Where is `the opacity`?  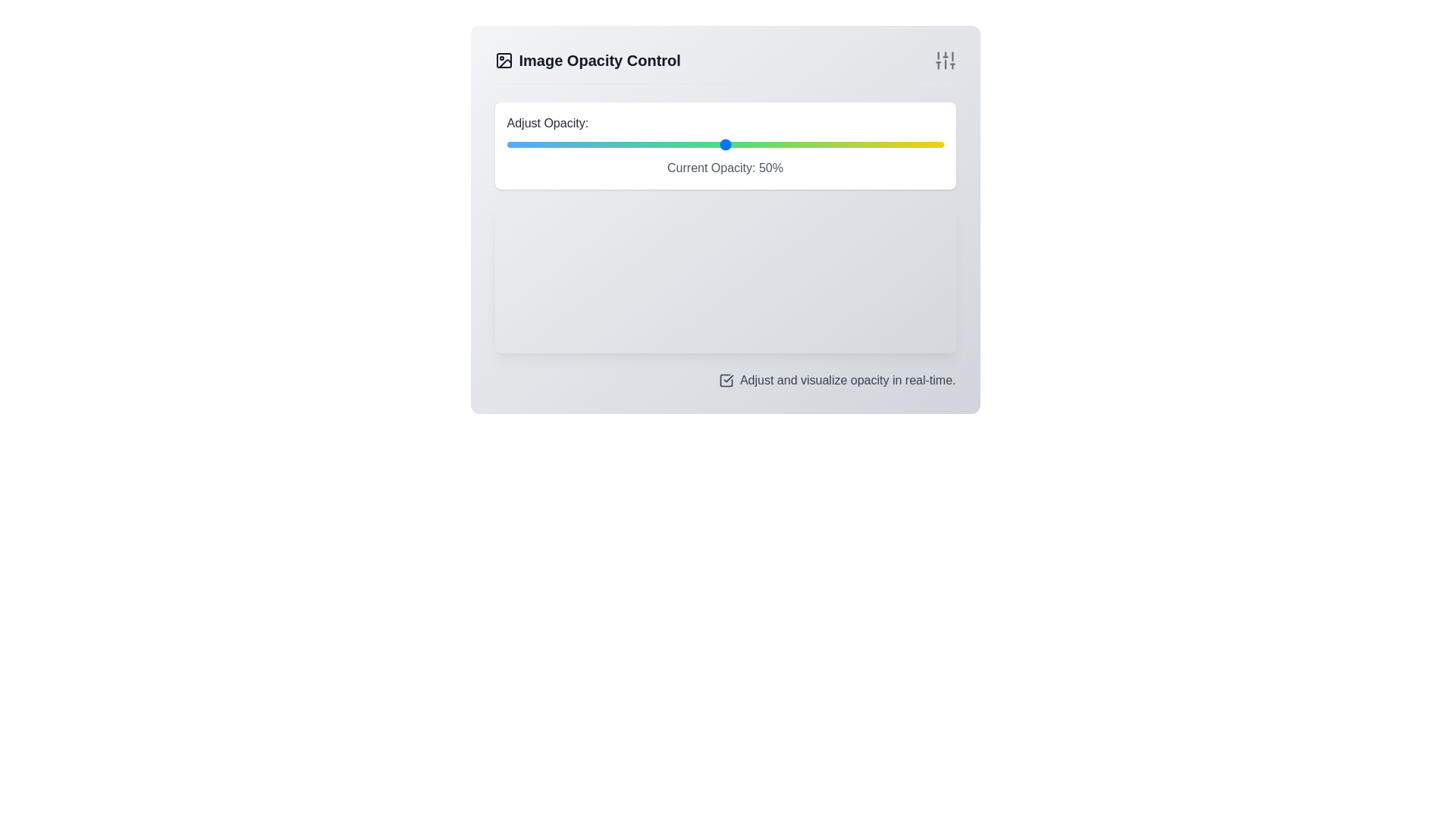 the opacity is located at coordinates (507, 145).